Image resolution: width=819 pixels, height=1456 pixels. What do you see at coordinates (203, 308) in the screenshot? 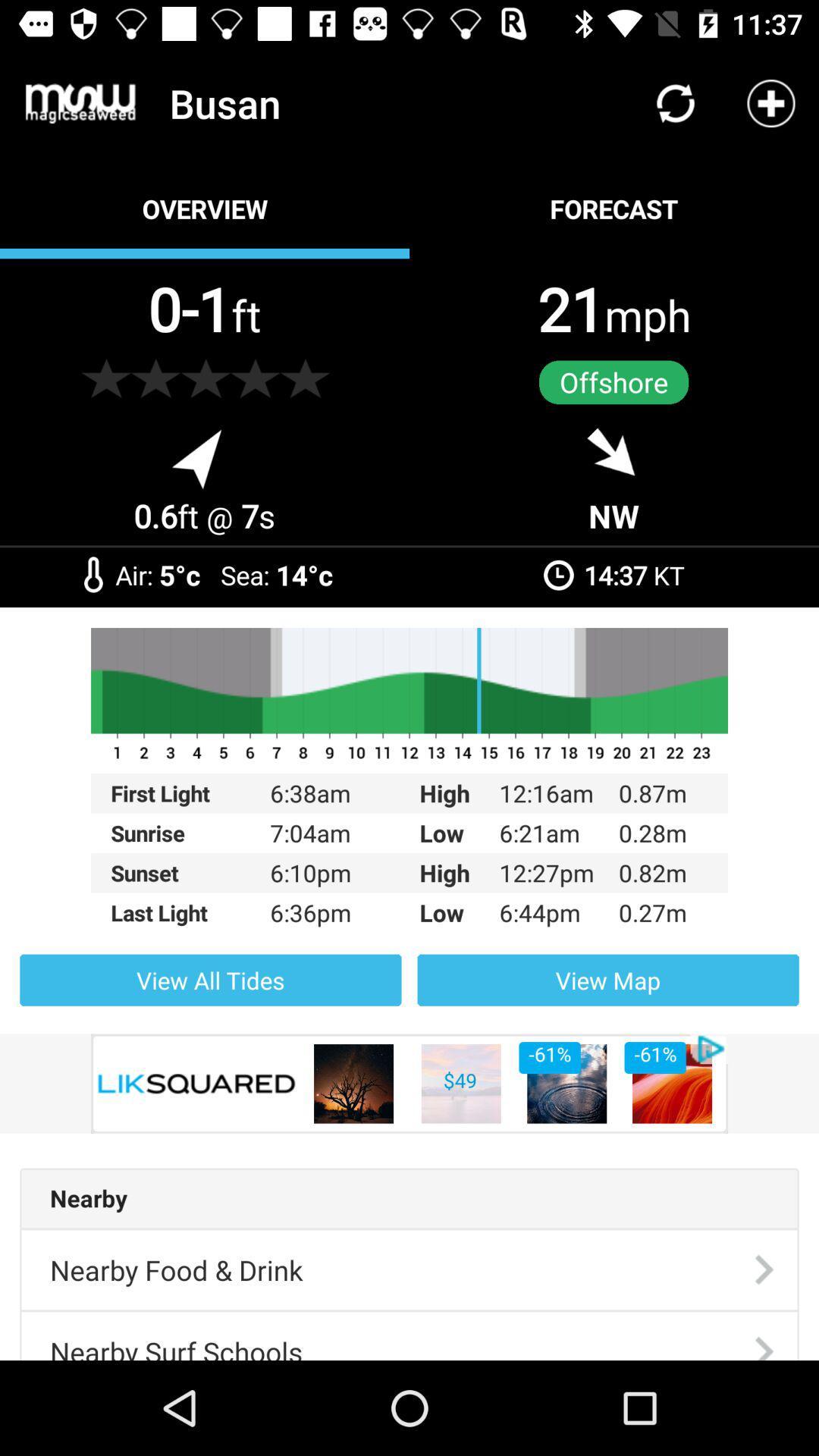
I see `0-1ft item` at bounding box center [203, 308].